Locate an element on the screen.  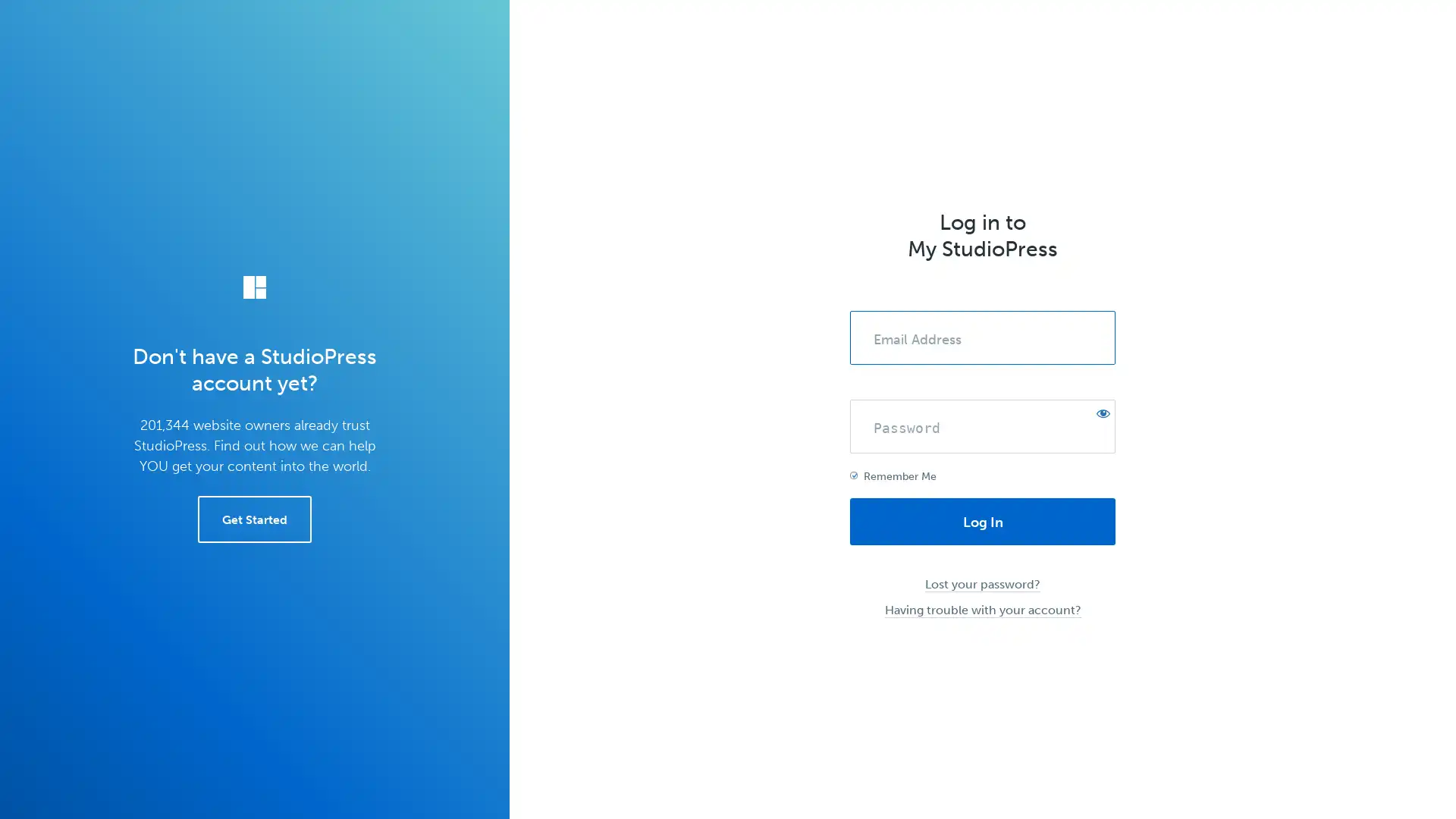
Log In is located at coordinates (983, 519).